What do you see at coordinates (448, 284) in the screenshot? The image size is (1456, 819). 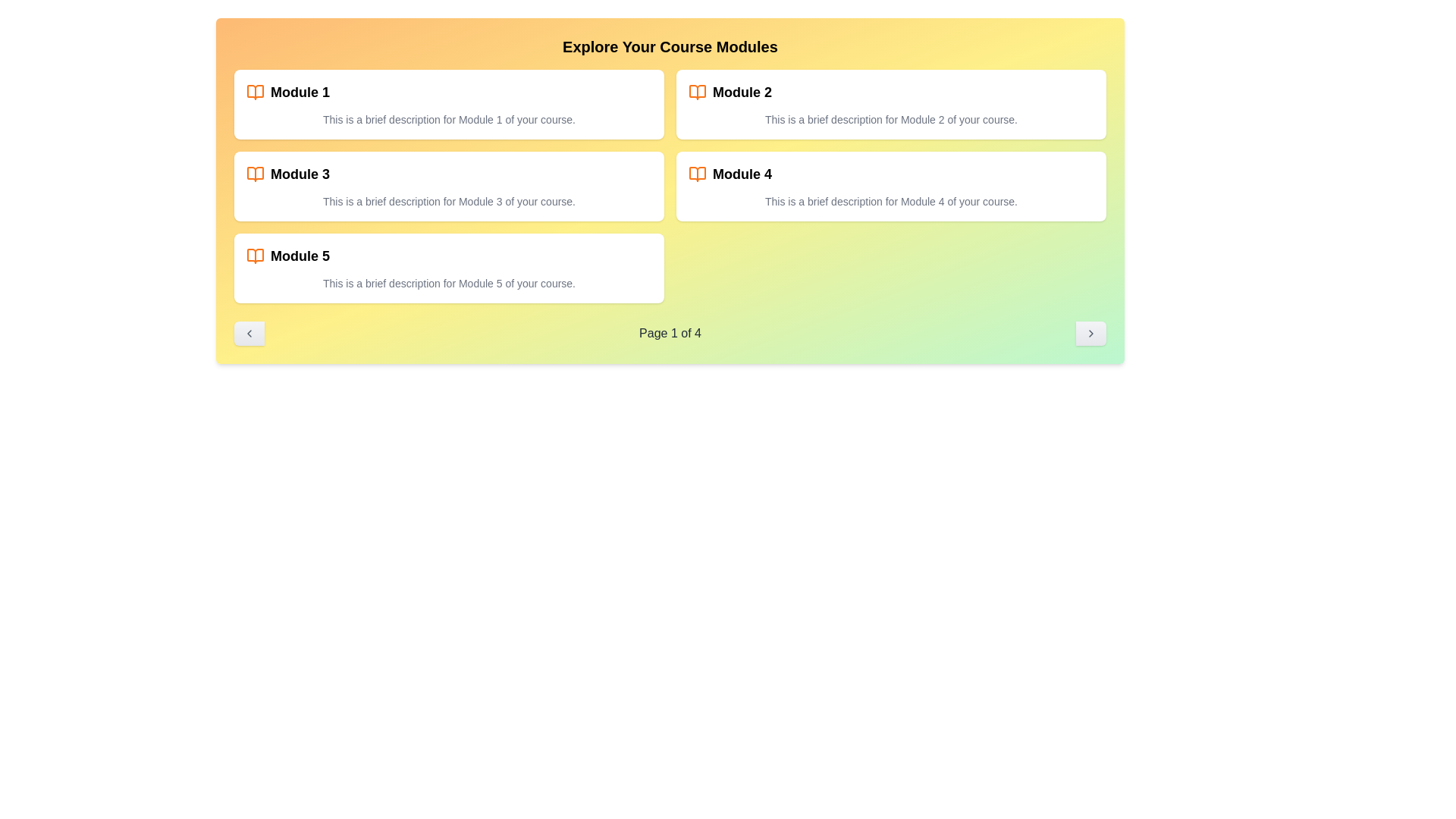 I see `text content displayed in the text component that shows 'This is a brief description for Module 5 of your course.'` at bounding box center [448, 284].